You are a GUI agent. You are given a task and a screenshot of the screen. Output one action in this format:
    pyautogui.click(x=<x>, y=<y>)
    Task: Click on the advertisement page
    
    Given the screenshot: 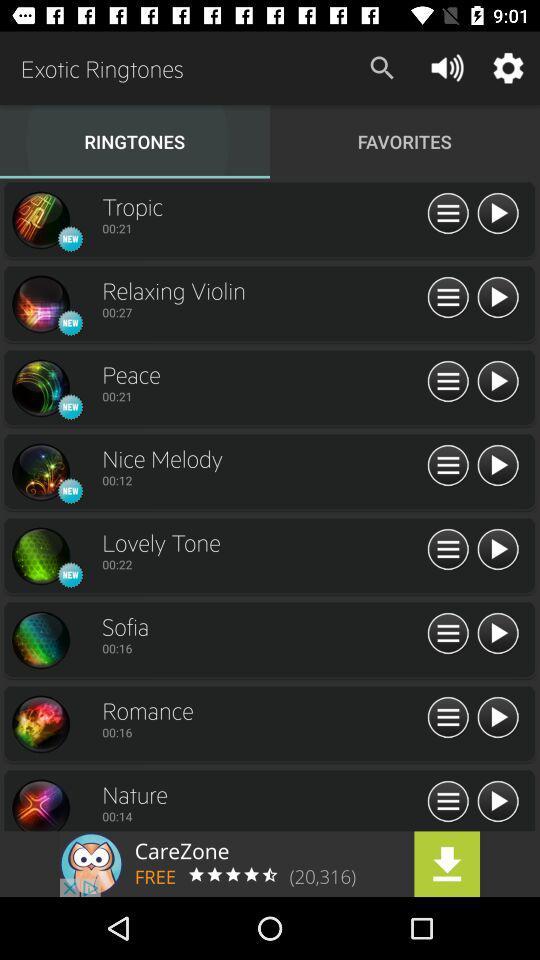 What is the action you would take?
    pyautogui.click(x=270, y=863)
    